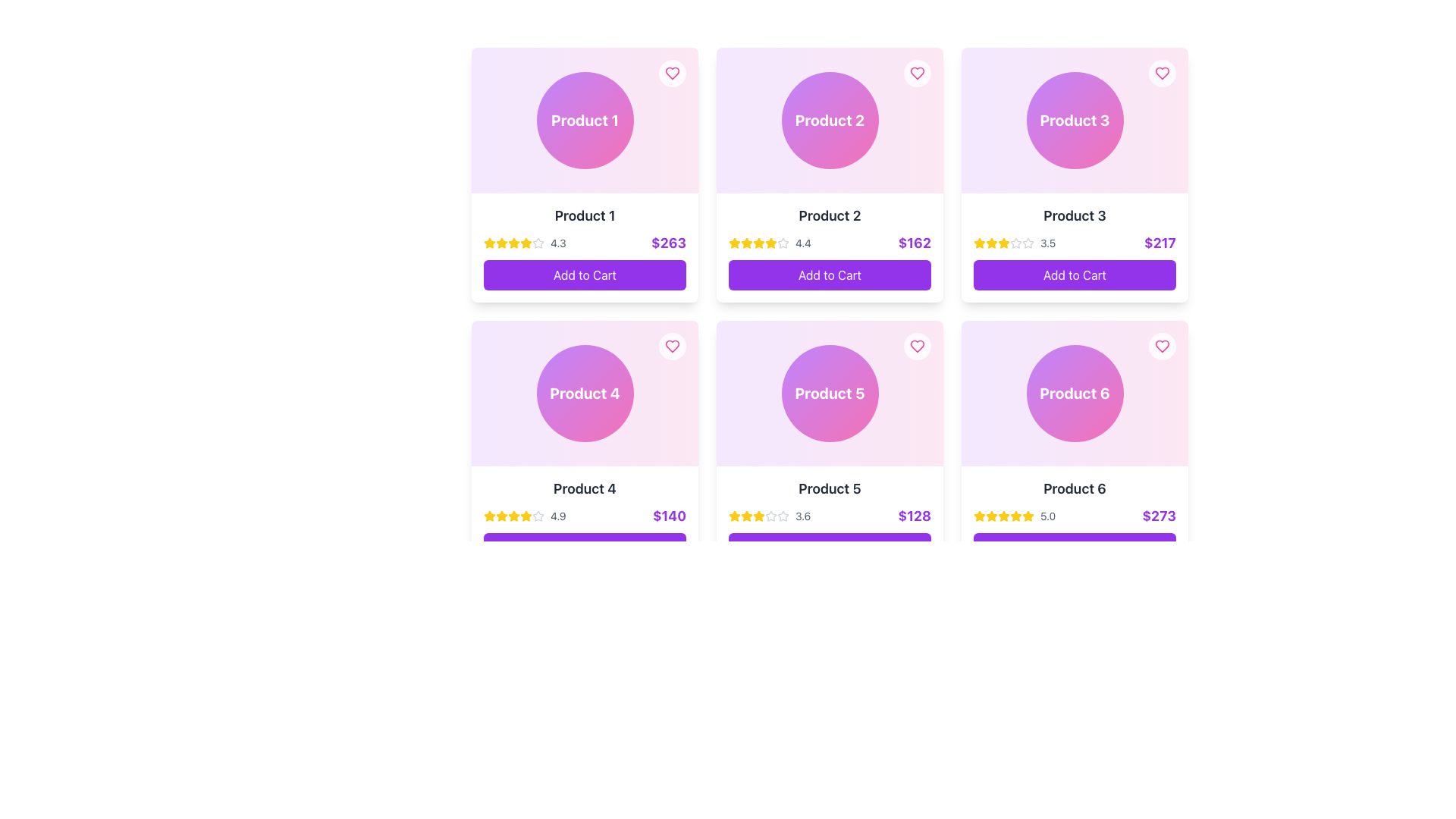 The image size is (1456, 819). Describe the element at coordinates (1047, 516) in the screenshot. I see `the text label that displays the rating value for 'Product 6', located immediately to the right of the five yellow star icons in the rating section` at that location.